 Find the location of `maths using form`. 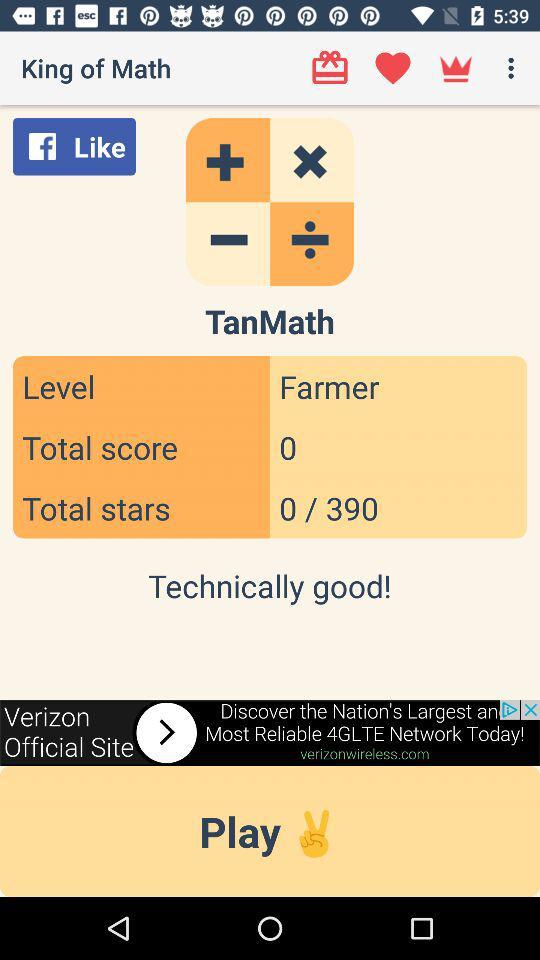

maths using form is located at coordinates (270, 202).